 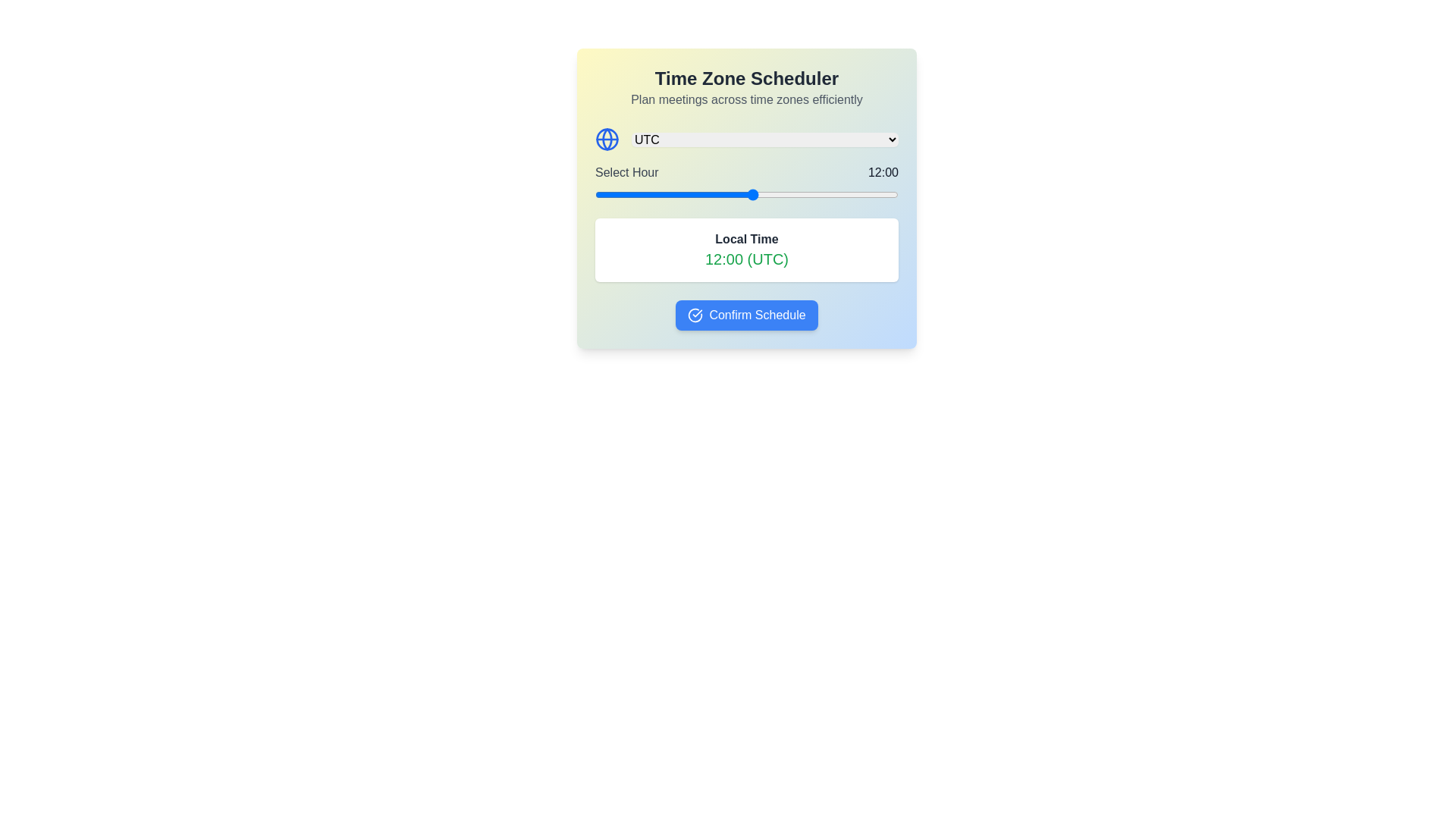 What do you see at coordinates (753, 194) in the screenshot?
I see `the hour` at bounding box center [753, 194].